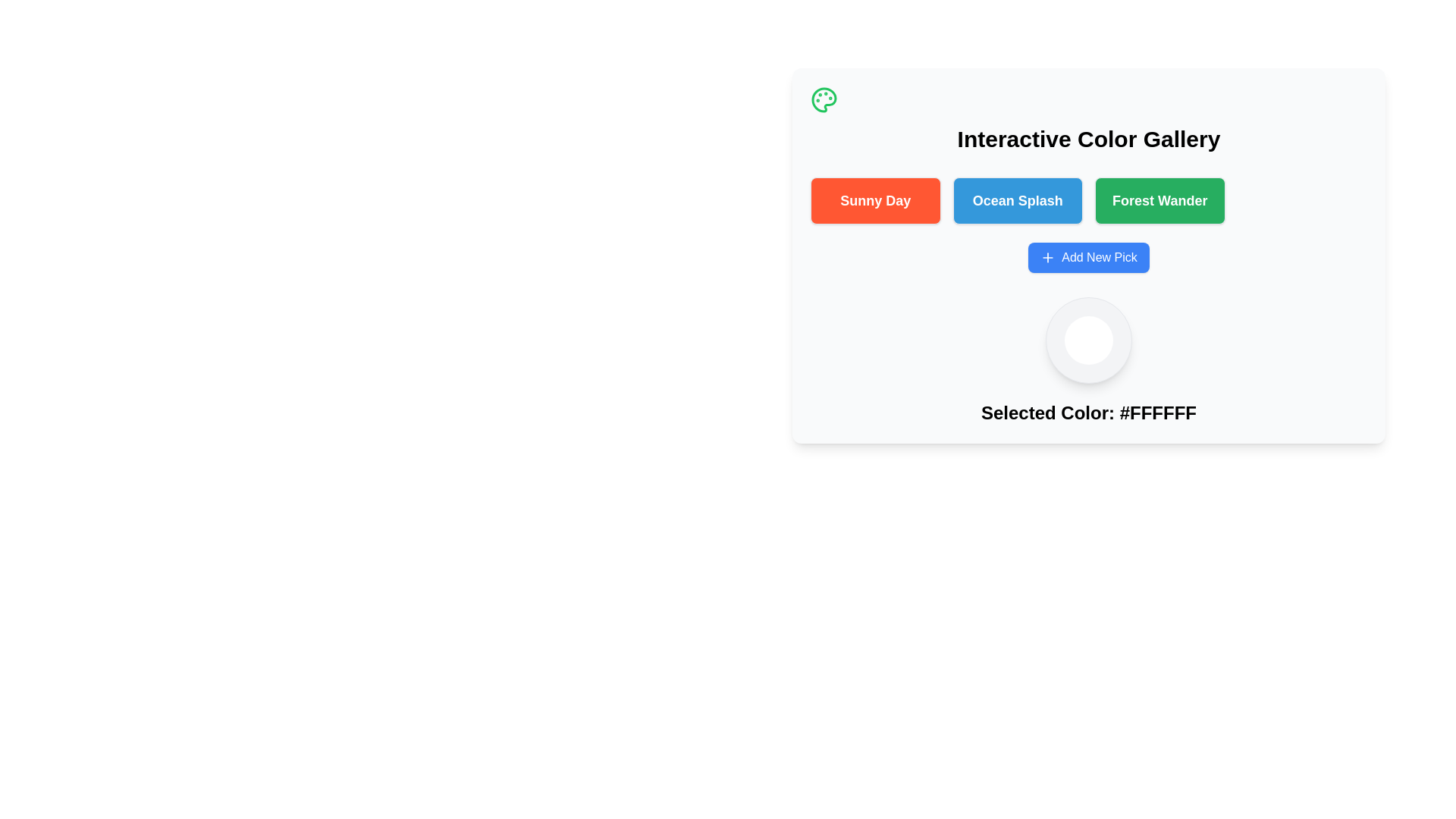 Image resolution: width=1456 pixels, height=819 pixels. What do you see at coordinates (823, 99) in the screenshot?
I see `the decorative vector graphic element that forms the base of the artist's palette icon located at the top-left corner of the displayed content` at bounding box center [823, 99].